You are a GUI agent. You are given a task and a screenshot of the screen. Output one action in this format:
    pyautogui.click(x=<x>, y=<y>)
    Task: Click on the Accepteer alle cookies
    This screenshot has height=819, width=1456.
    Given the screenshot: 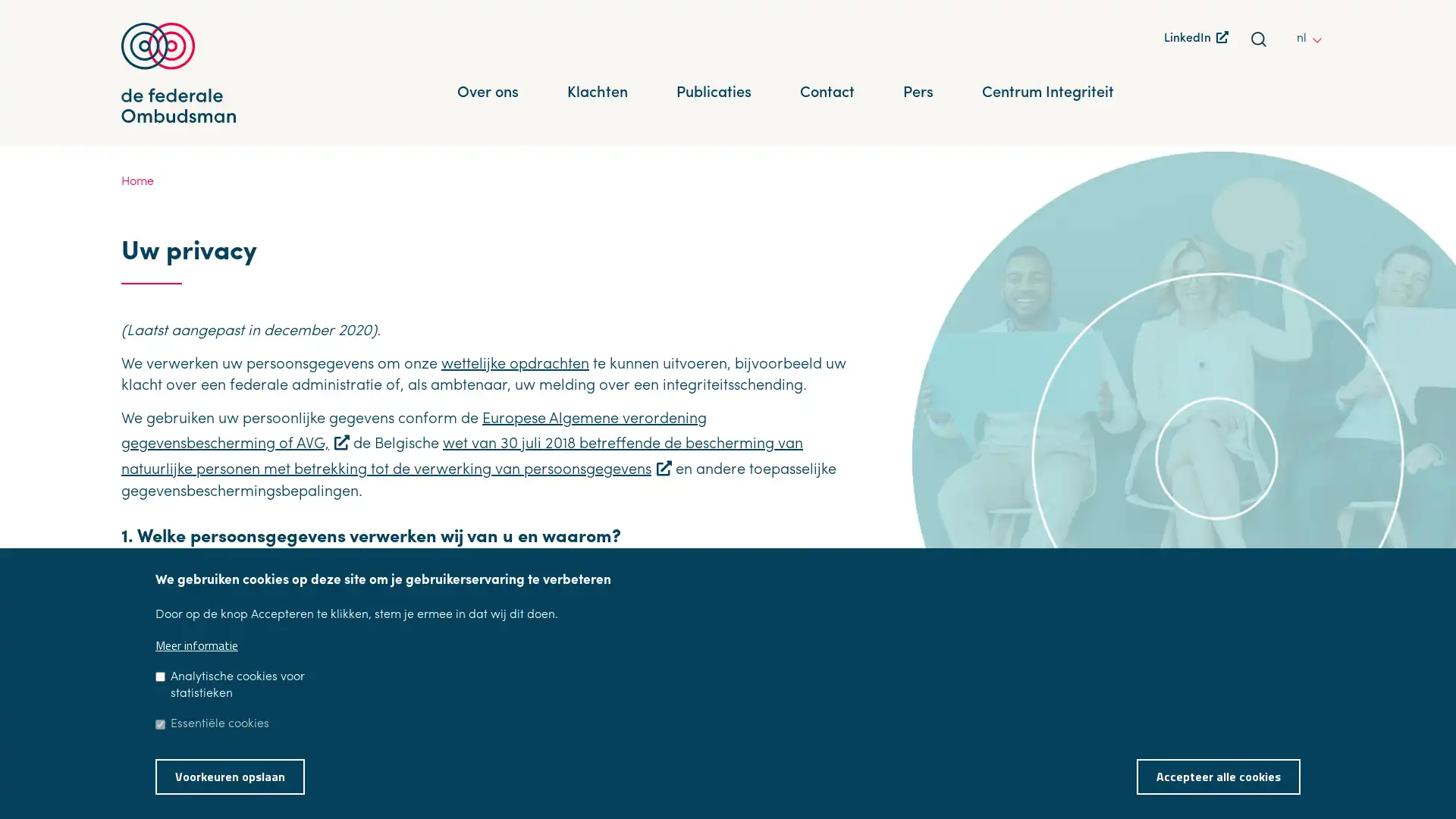 What is the action you would take?
    pyautogui.click(x=1219, y=776)
    